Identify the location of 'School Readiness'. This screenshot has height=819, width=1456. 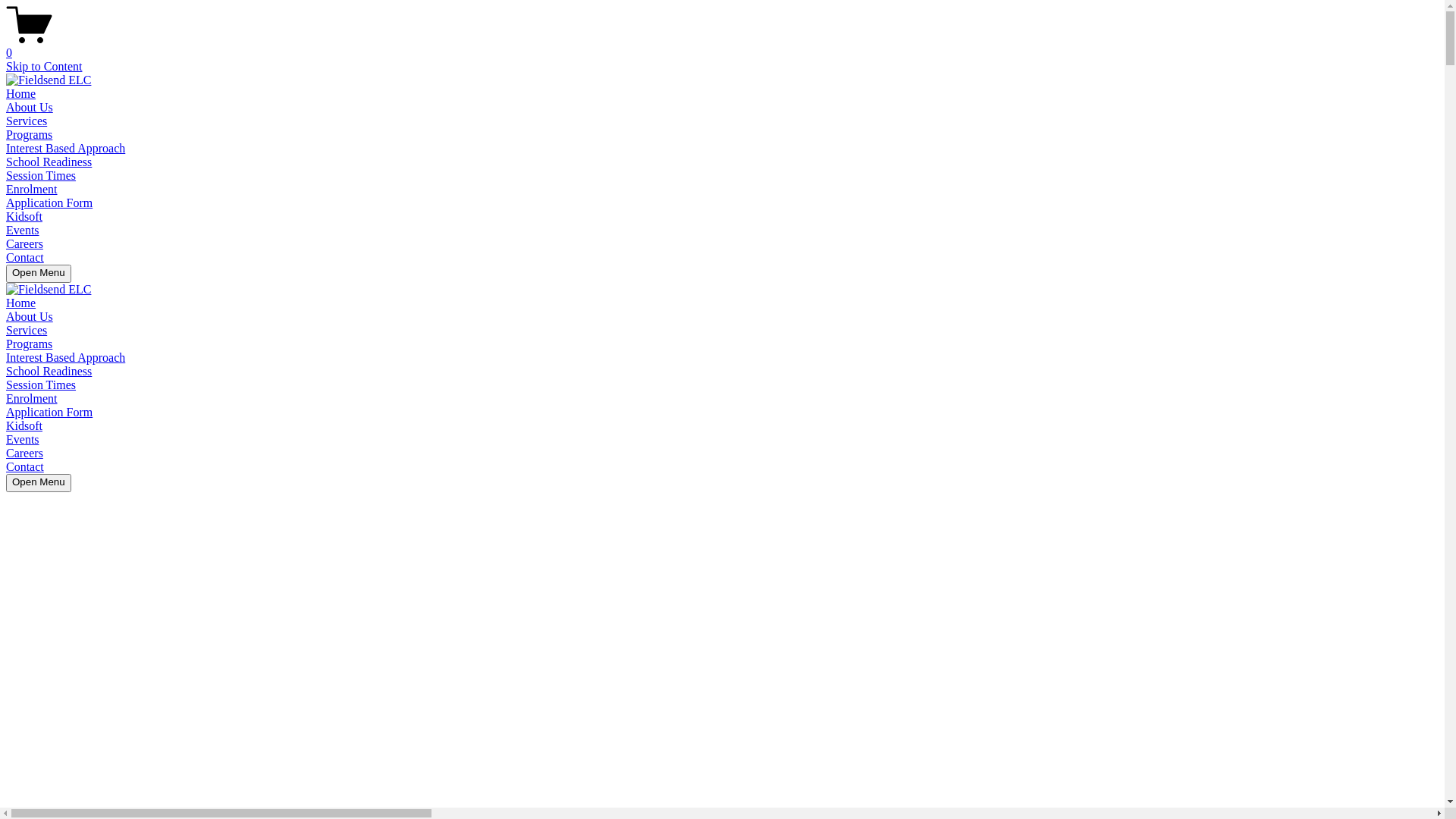
(49, 371).